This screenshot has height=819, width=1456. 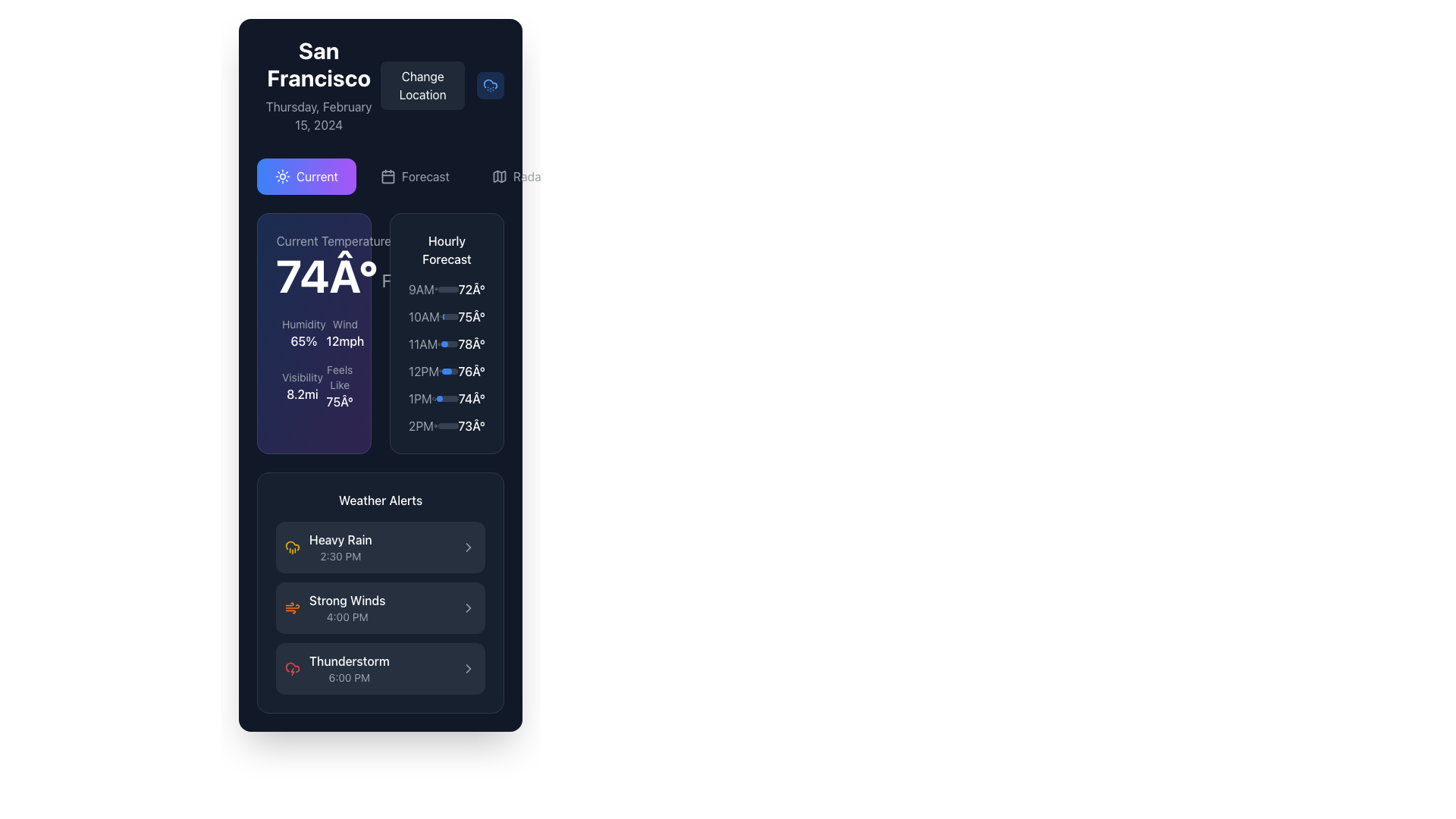 What do you see at coordinates (348, 677) in the screenshot?
I see `the displayed time associated with the 'Thunderstorm' alert in the 'Weather Alerts' section by clicking on the TextLabel located at the bottom of the 'Thunderstorm' entry` at bounding box center [348, 677].